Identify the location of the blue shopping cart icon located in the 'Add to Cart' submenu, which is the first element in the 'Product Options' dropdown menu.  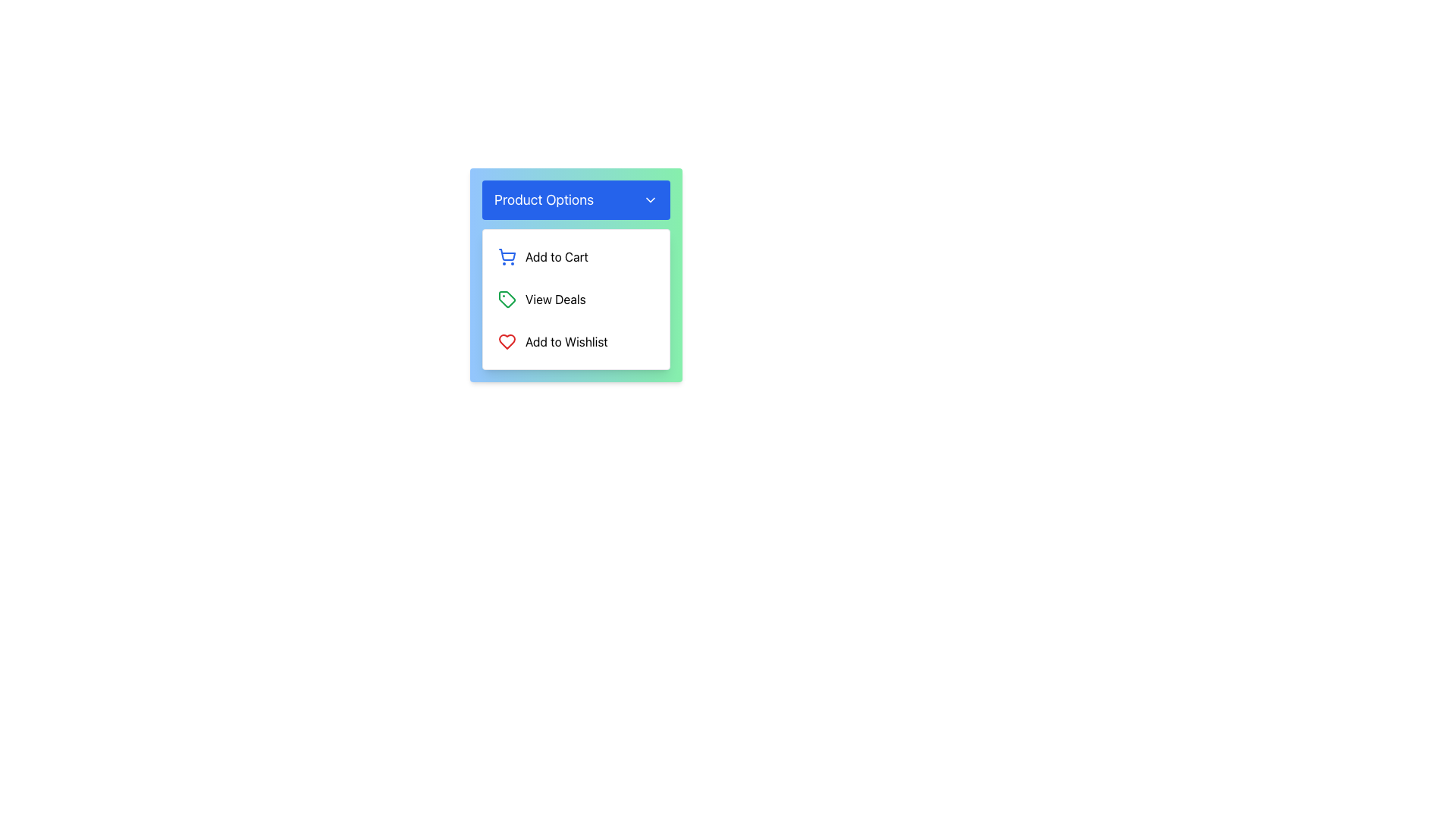
(507, 256).